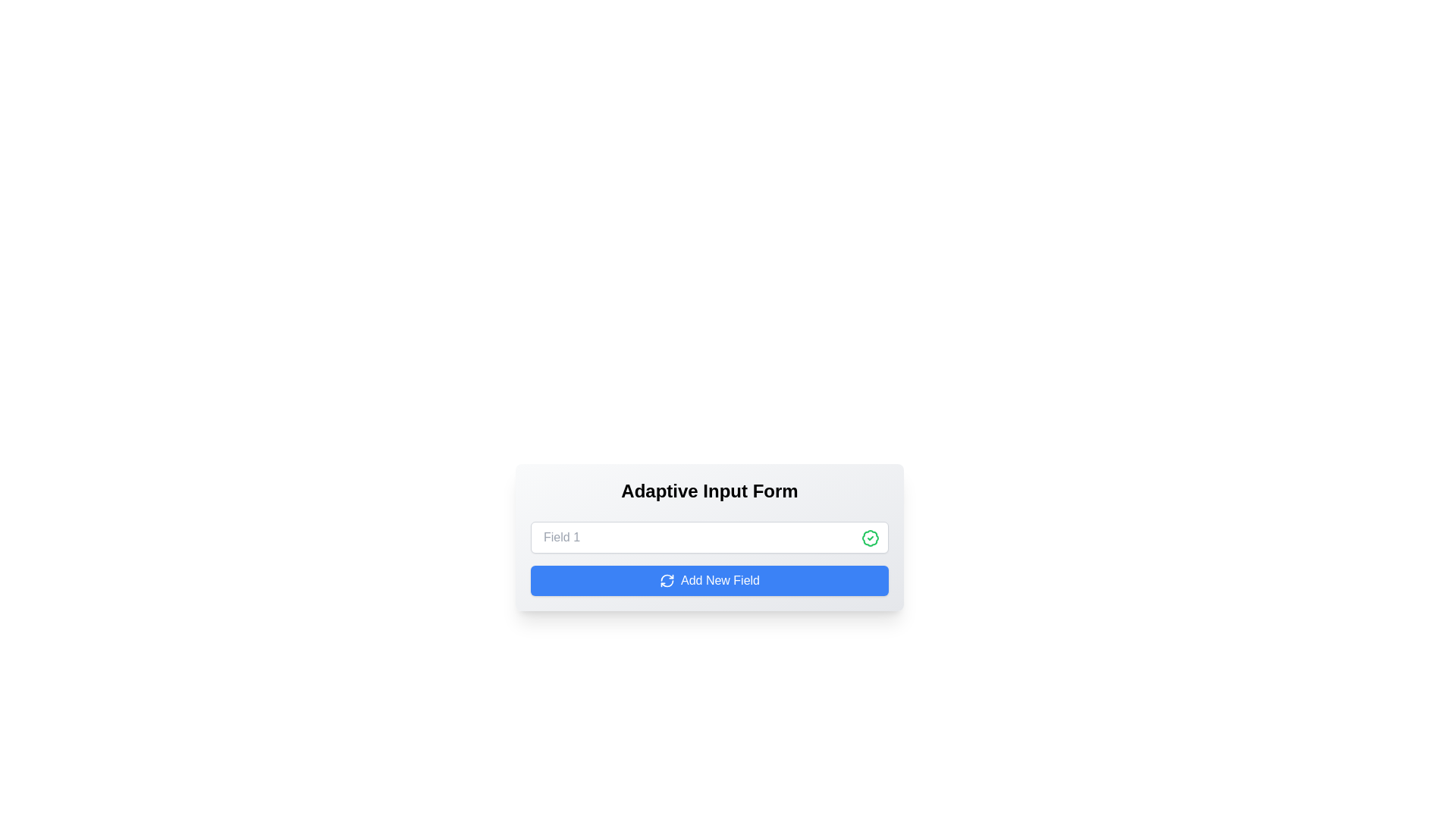 This screenshot has height=819, width=1456. Describe the element at coordinates (709, 580) in the screenshot. I see `the blue button labeled 'Add New Field'` at that location.